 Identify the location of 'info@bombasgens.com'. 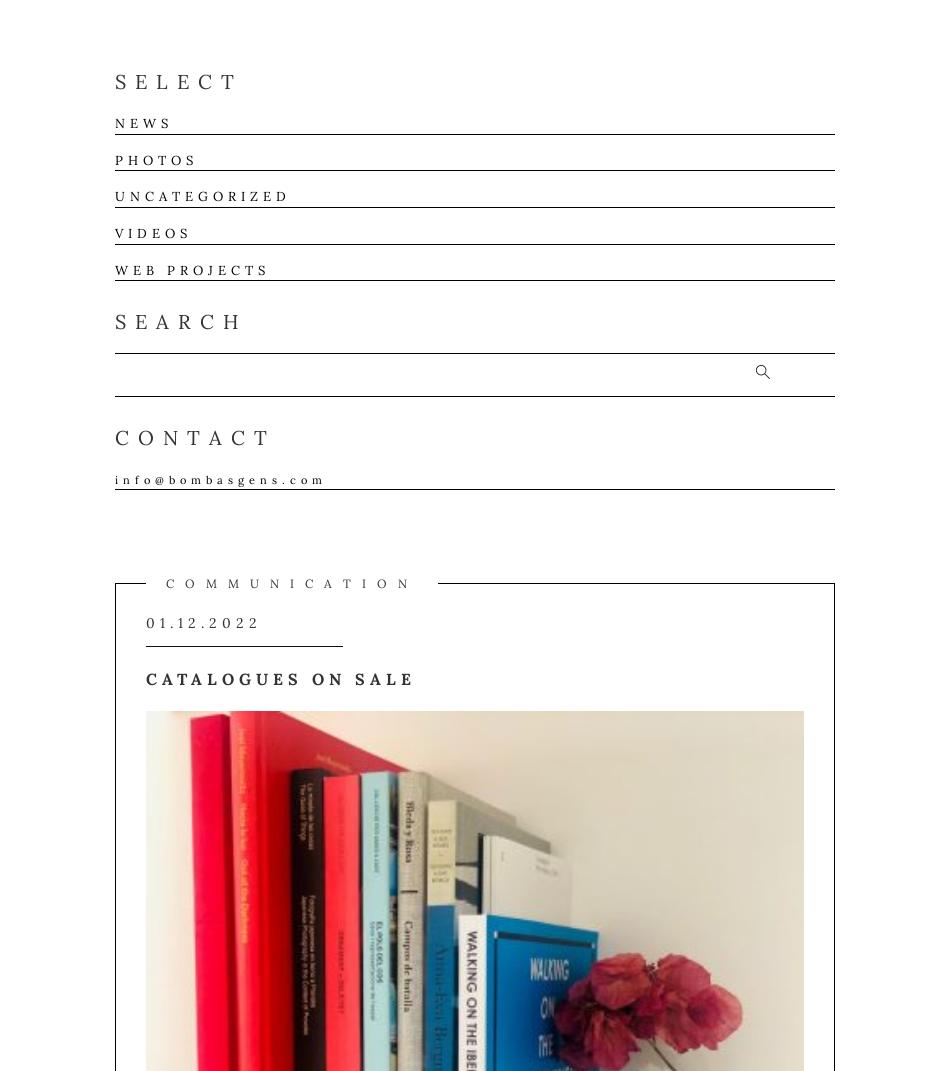
(220, 479).